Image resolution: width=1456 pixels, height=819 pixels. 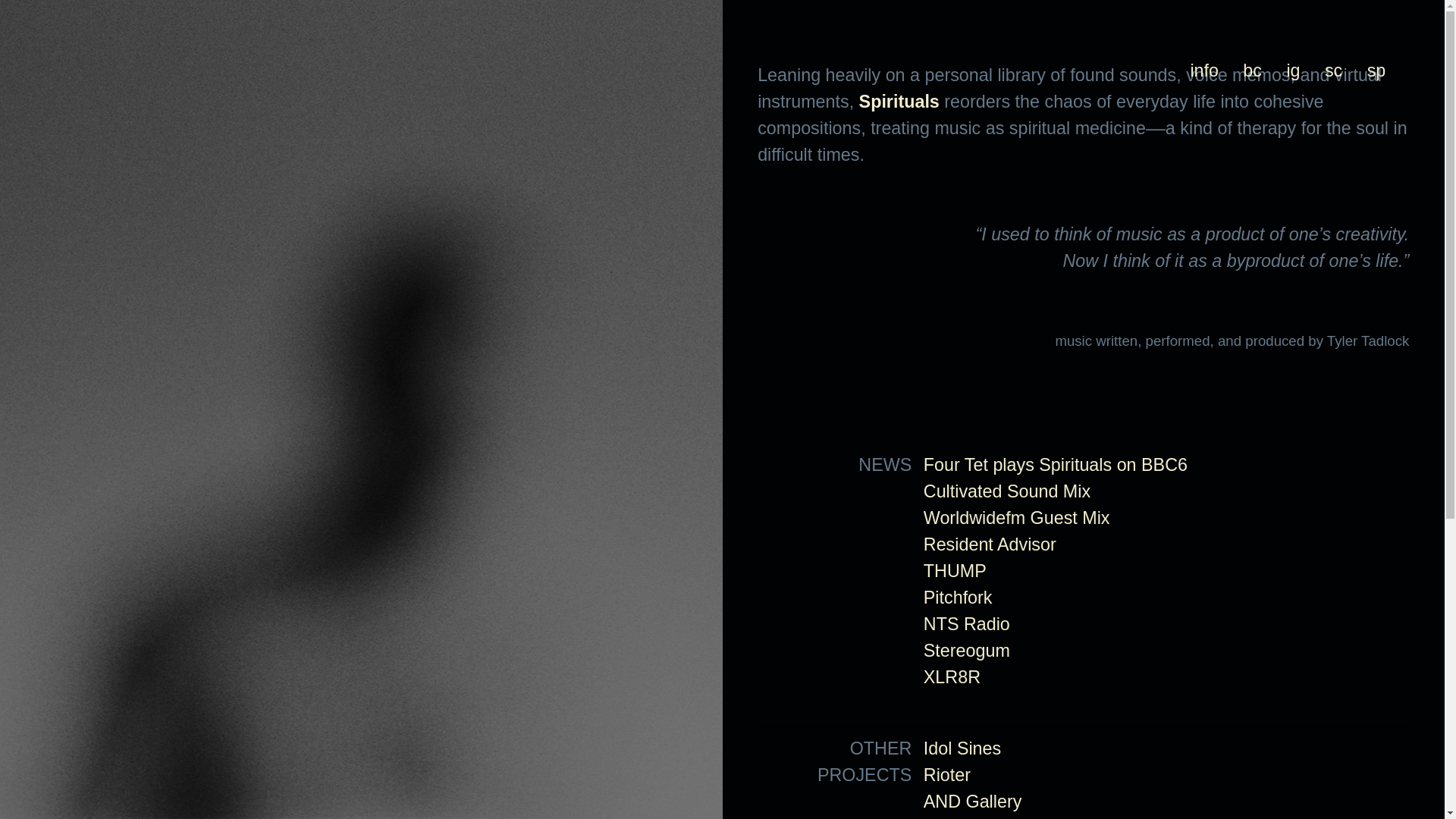 What do you see at coordinates (1291, 71) in the screenshot?
I see `'ig'` at bounding box center [1291, 71].